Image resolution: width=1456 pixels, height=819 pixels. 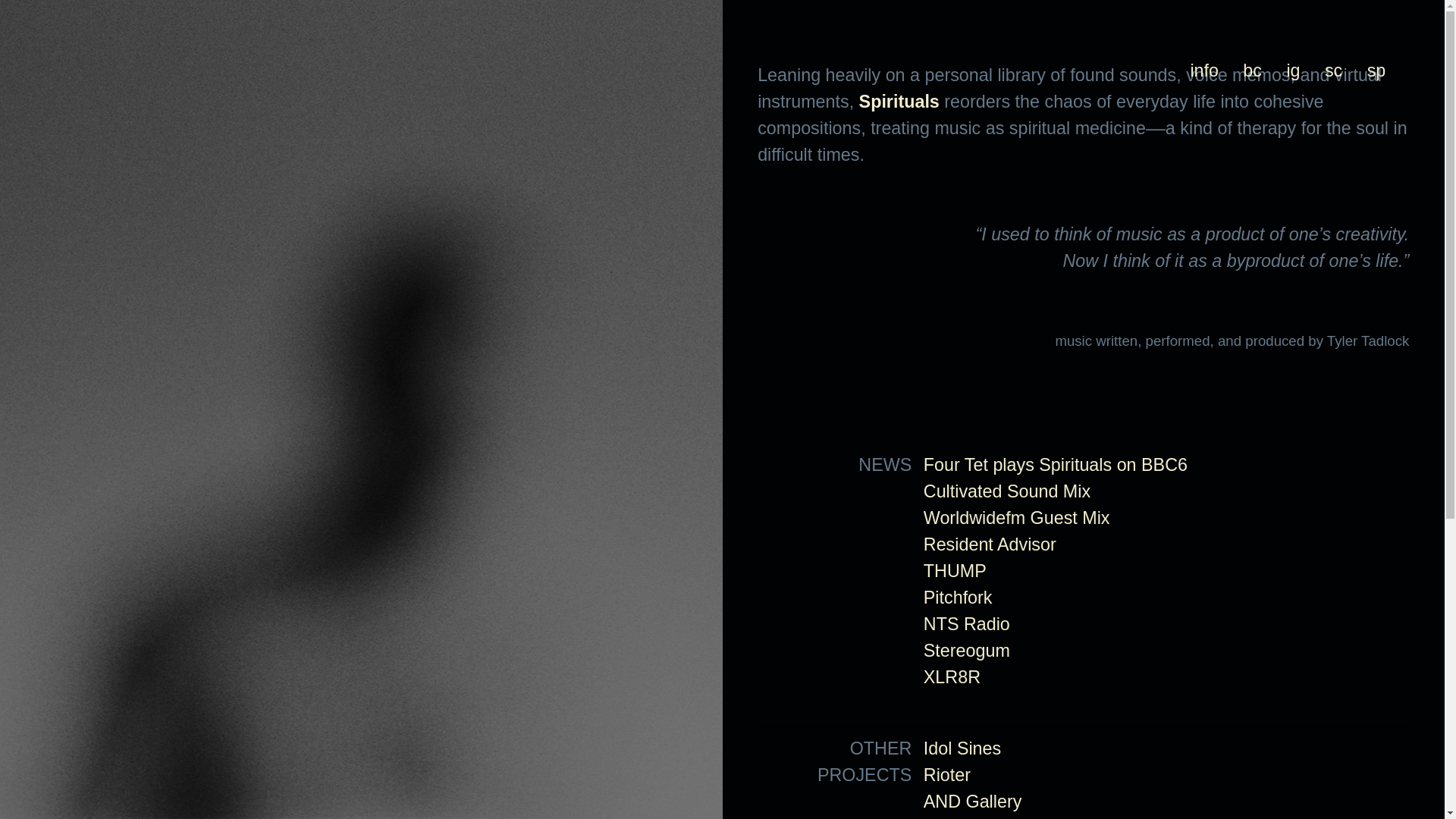 What do you see at coordinates (1291, 71) in the screenshot?
I see `'ig'` at bounding box center [1291, 71].